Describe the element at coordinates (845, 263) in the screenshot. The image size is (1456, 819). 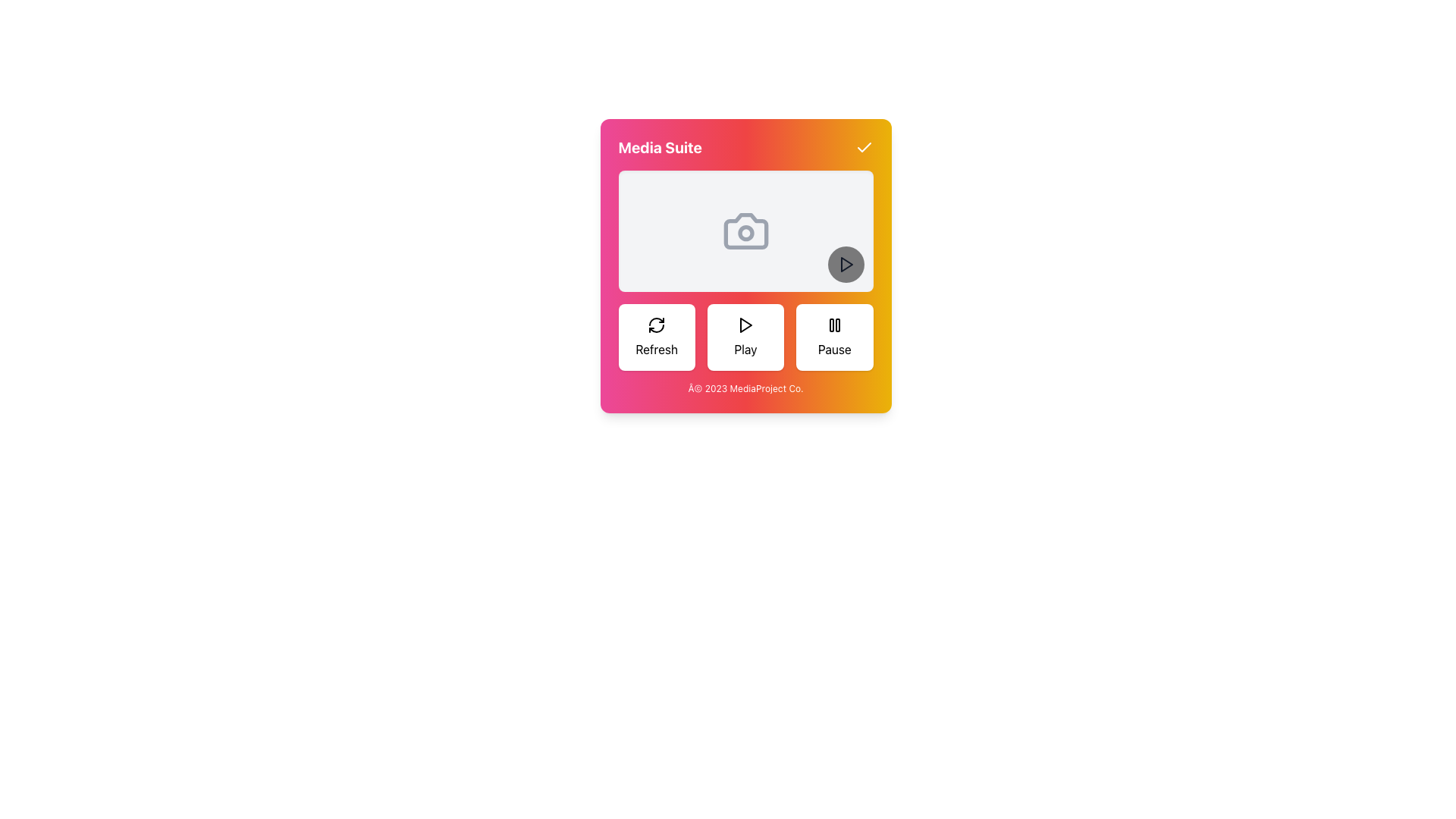
I see `the 'Play' button located in the bottom right corner of the 'Media Suite' panel` at that location.